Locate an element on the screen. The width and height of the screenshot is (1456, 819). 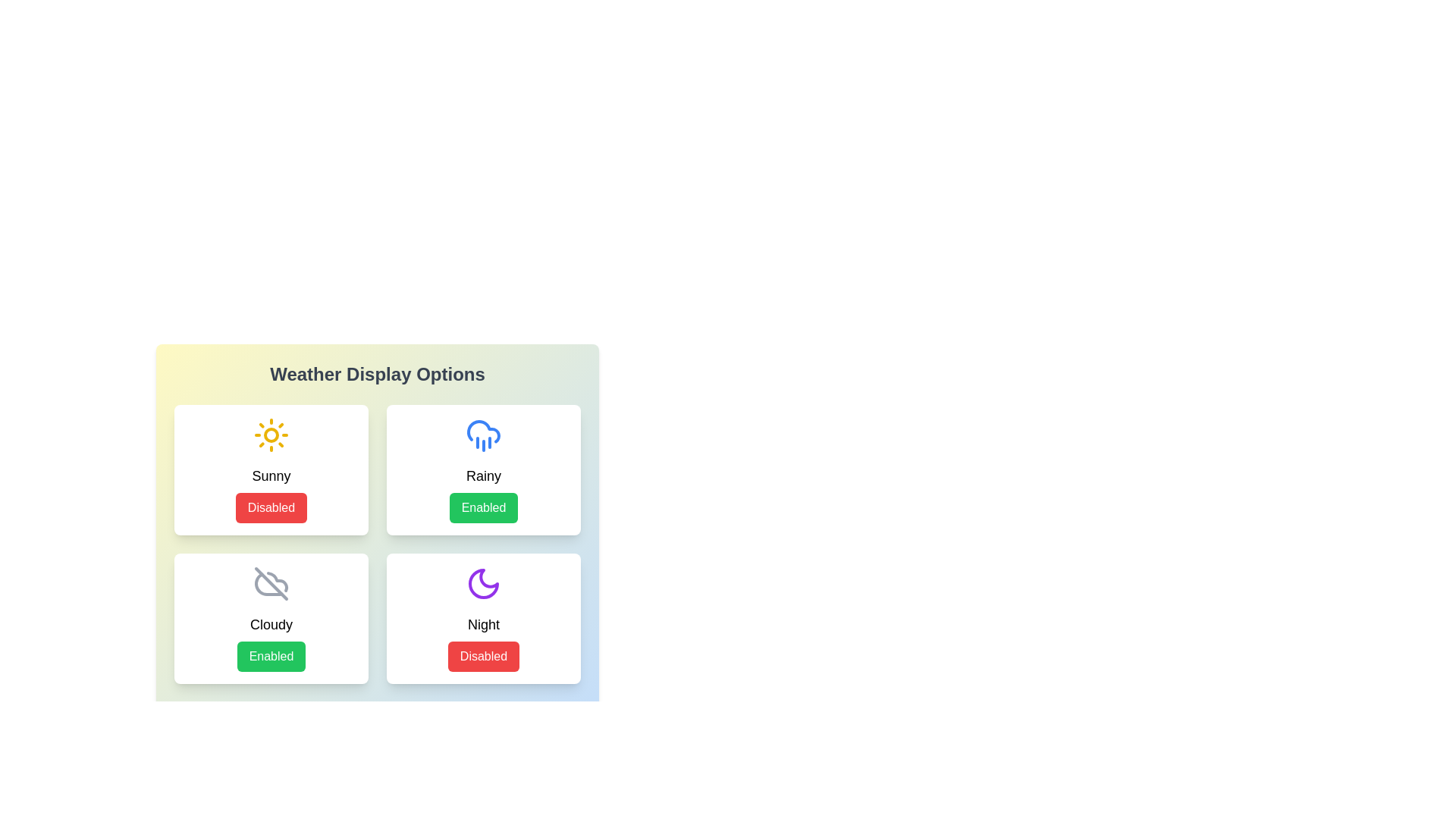
the weather option cloudy is located at coordinates (271, 619).